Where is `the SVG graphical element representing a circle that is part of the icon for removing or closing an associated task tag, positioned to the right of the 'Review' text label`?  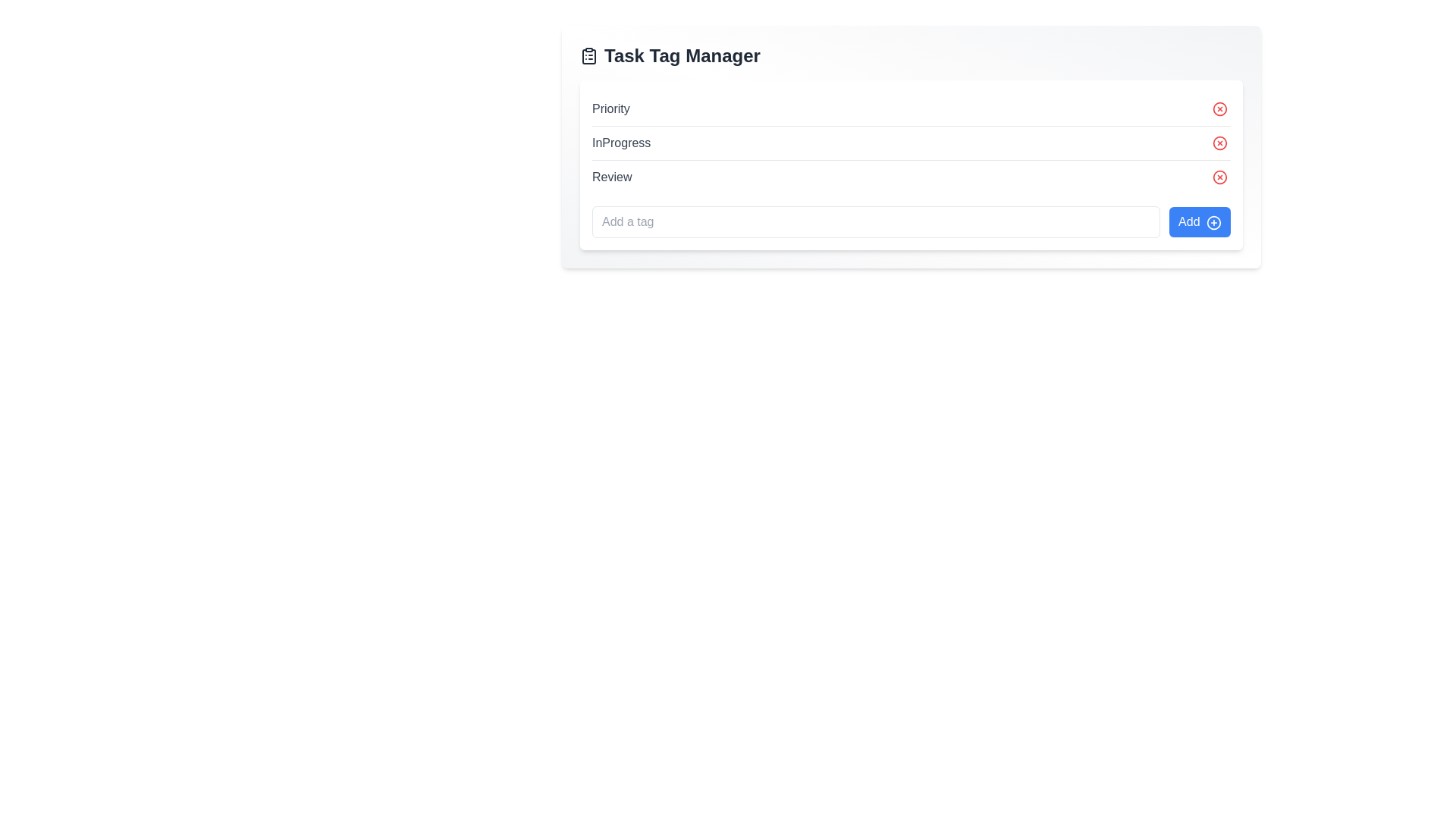 the SVG graphical element representing a circle that is part of the icon for removing or closing an associated task tag, positioned to the right of the 'Review' text label is located at coordinates (1219, 177).